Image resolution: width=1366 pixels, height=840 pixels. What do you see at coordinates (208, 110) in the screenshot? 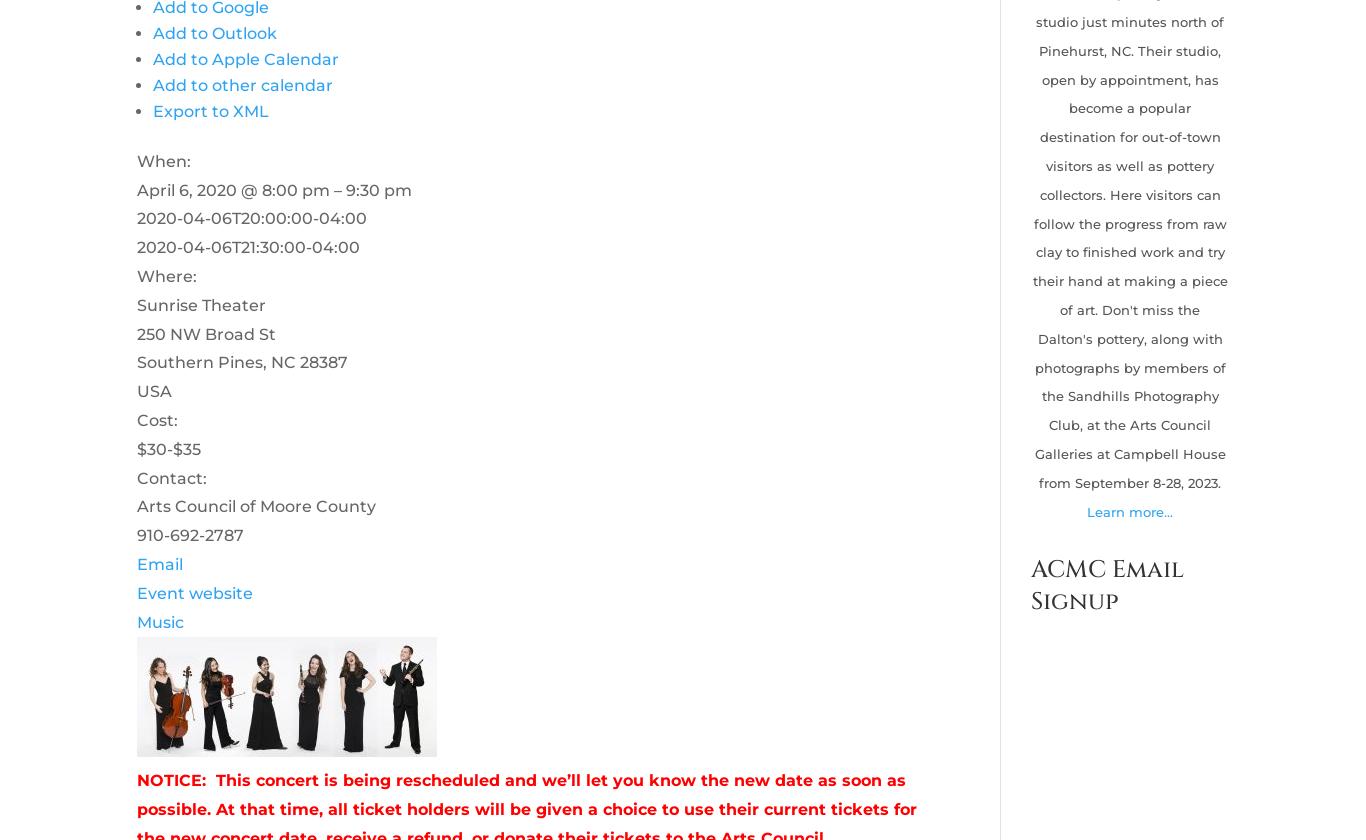
I see `'Export to XML'` at bounding box center [208, 110].